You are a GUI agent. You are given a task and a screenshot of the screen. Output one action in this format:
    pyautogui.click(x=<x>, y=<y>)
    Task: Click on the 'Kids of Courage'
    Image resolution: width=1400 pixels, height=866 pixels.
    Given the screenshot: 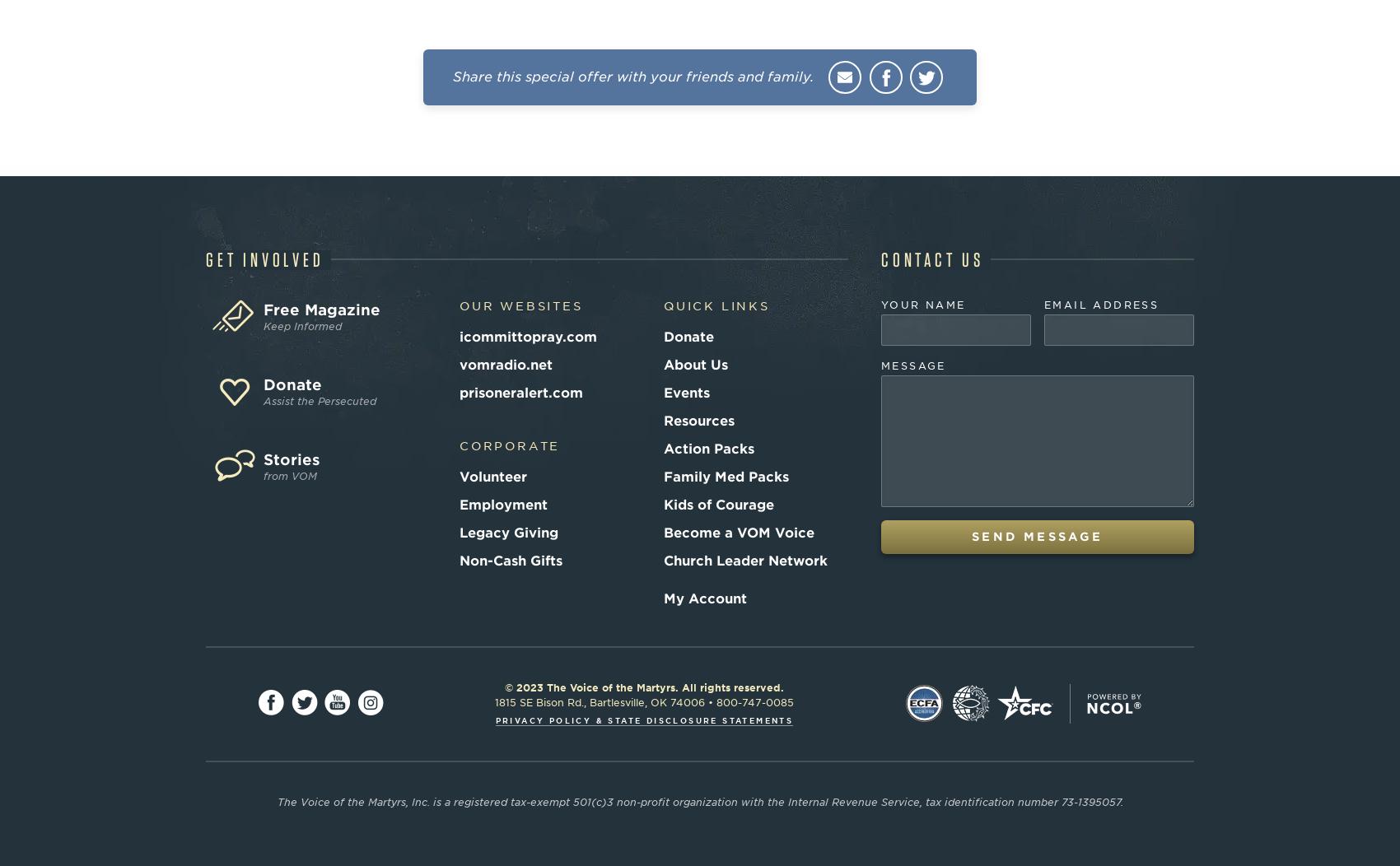 What is the action you would take?
    pyautogui.click(x=718, y=503)
    